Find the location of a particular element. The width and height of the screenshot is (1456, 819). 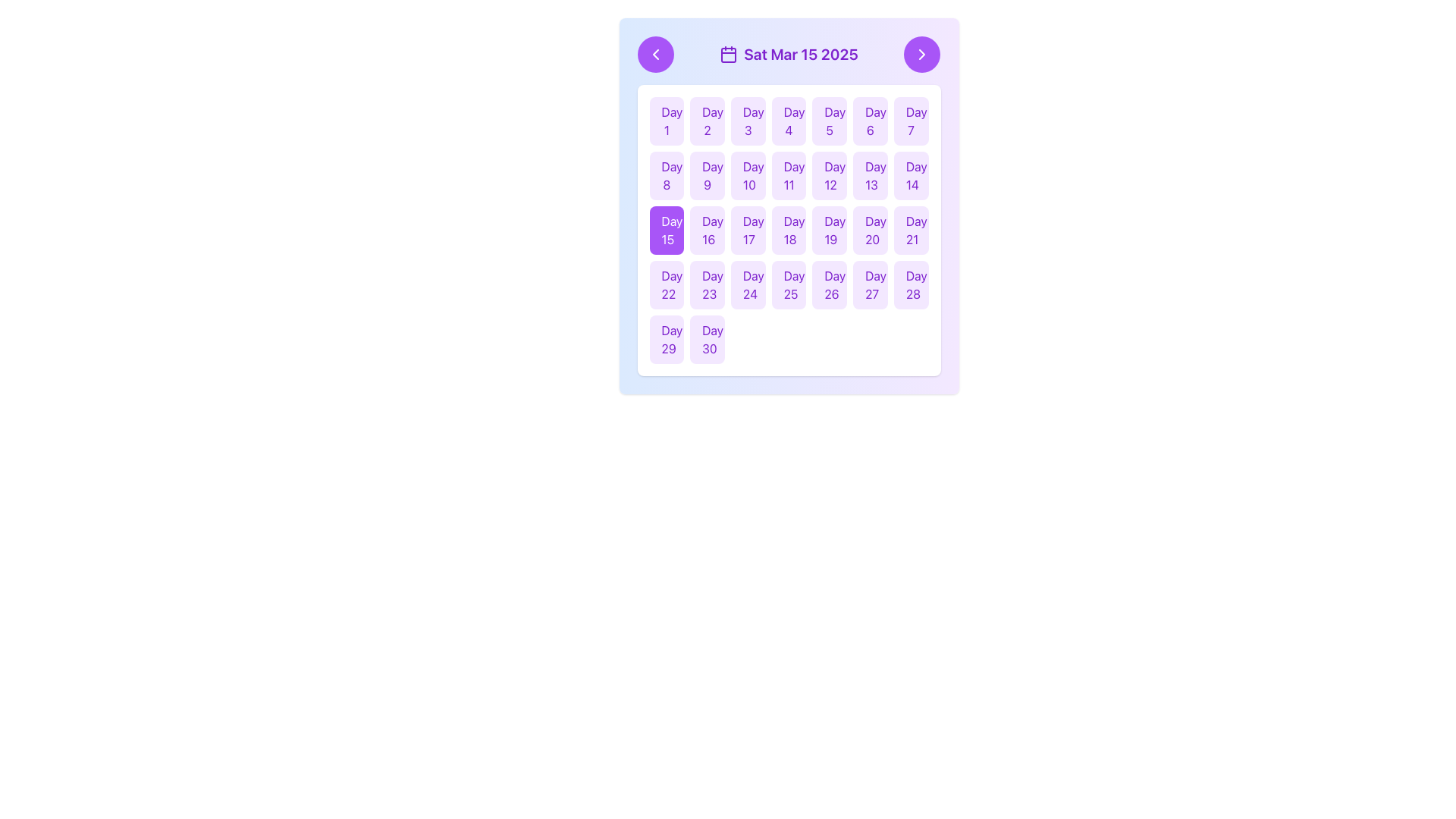

the button labeled 'Day 26', which is a standard button with a light purple background and darker purple text, located in the calendar grid as the 5th button in the 4th row is located at coordinates (829, 284).